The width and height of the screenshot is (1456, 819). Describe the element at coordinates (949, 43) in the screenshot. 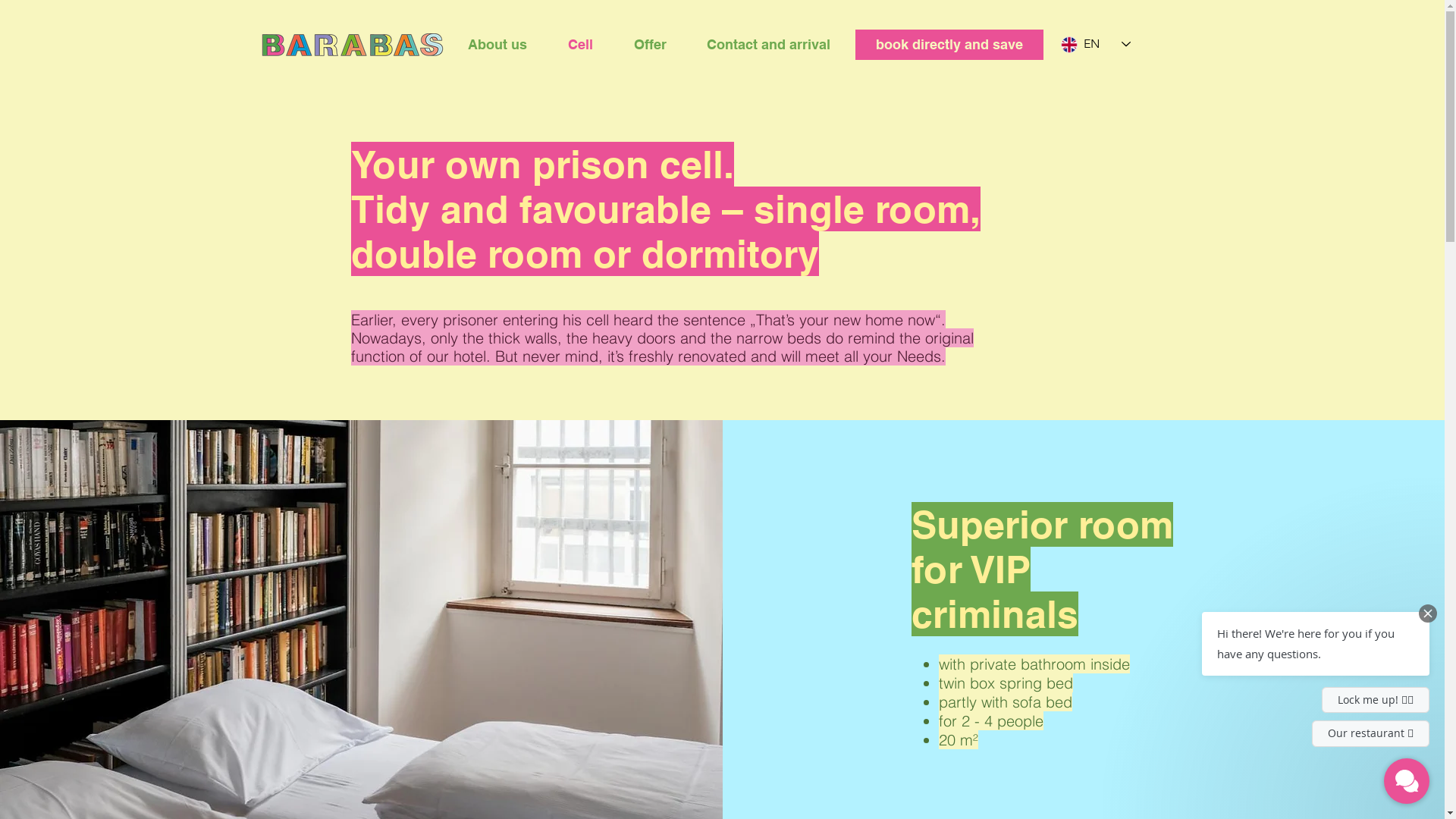

I see `'book directly and save'` at that location.